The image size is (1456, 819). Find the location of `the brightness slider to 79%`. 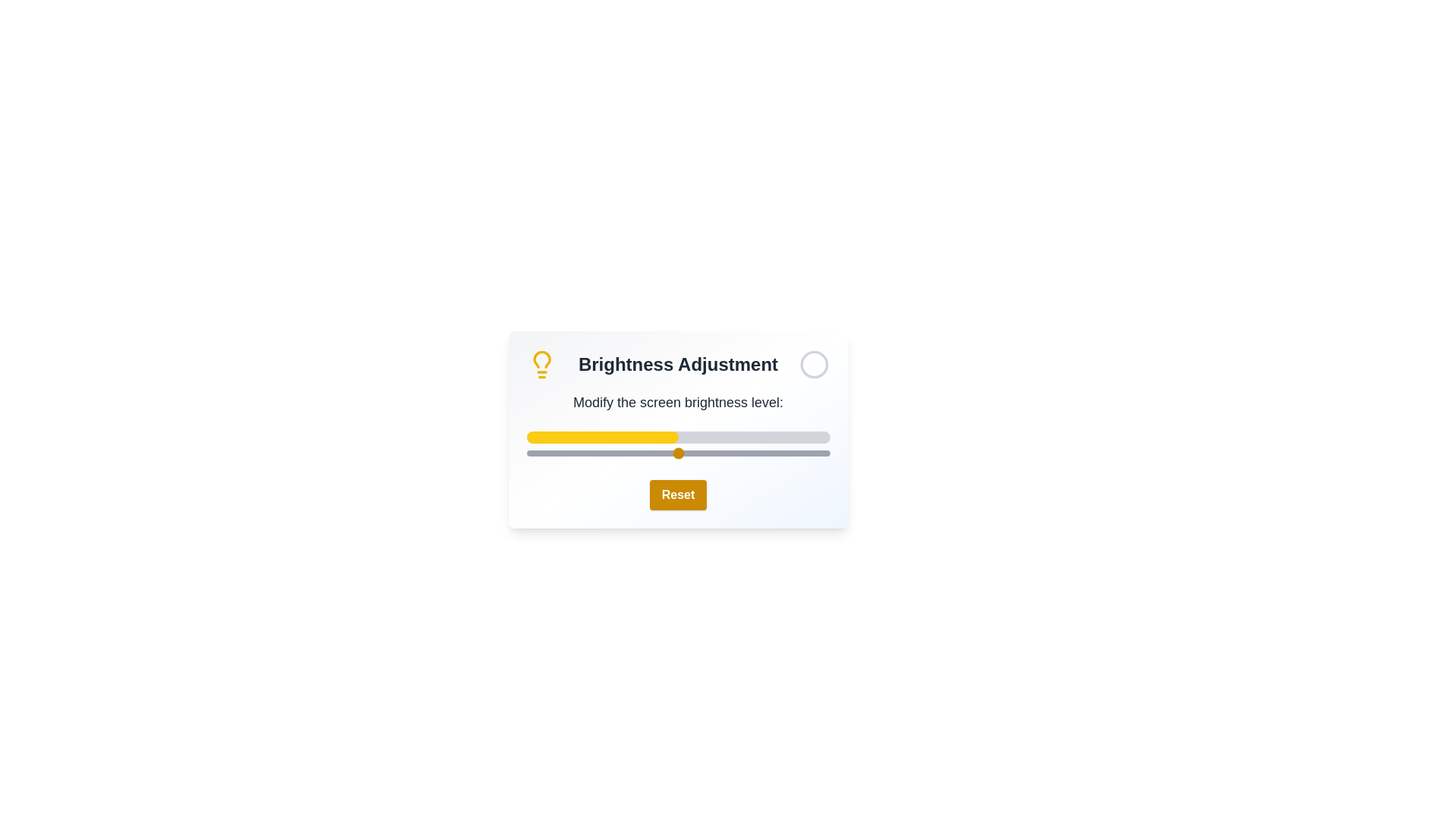

the brightness slider to 79% is located at coordinates (766, 452).